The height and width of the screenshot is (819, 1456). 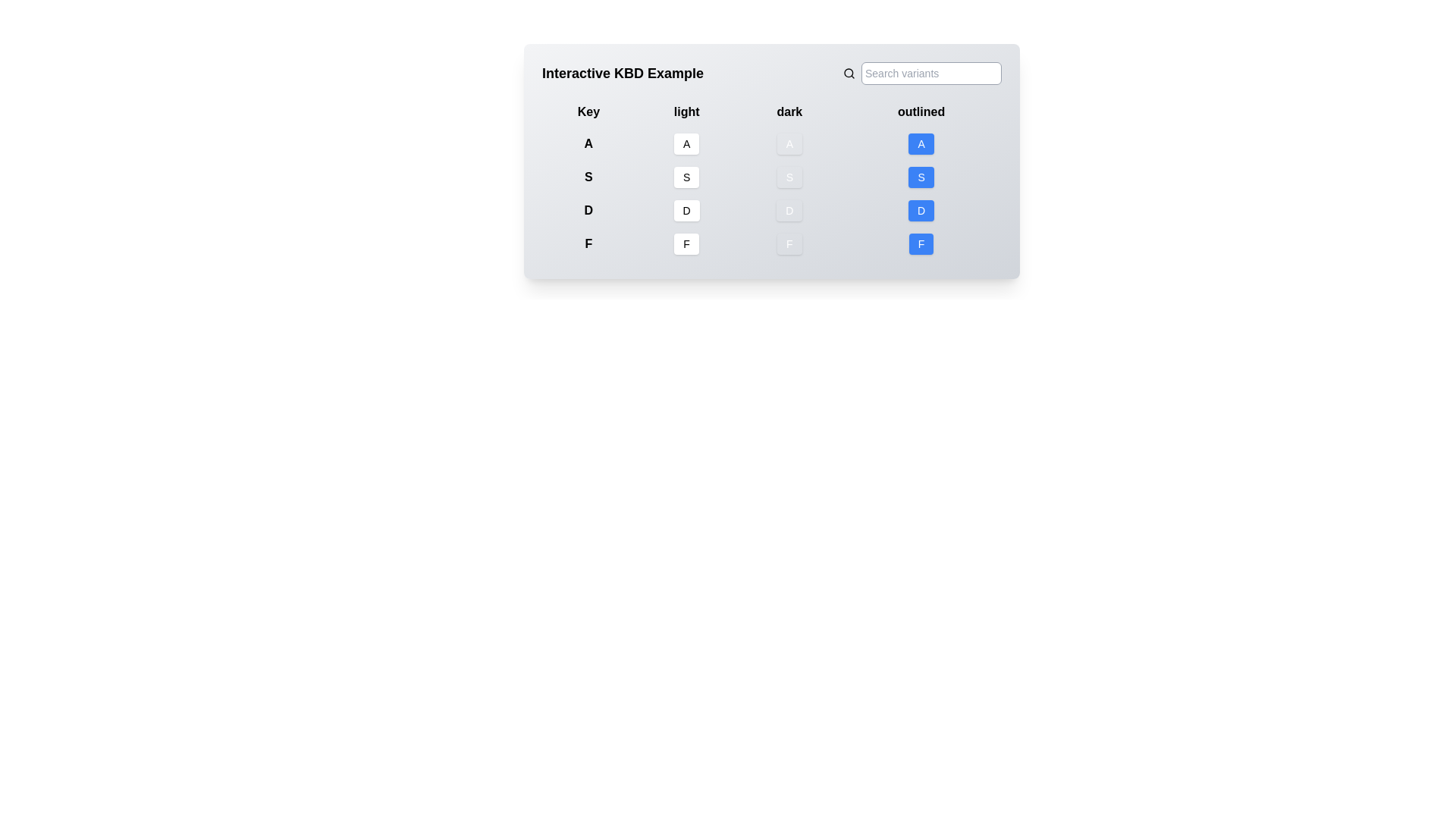 What do you see at coordinates (771, 210) in the screenshot?
I see `the 'dark' column in the row labeled 'D' which represents a key in the segment of four rows for keys (A, S, D, F)` at bounding box center [771, 210].